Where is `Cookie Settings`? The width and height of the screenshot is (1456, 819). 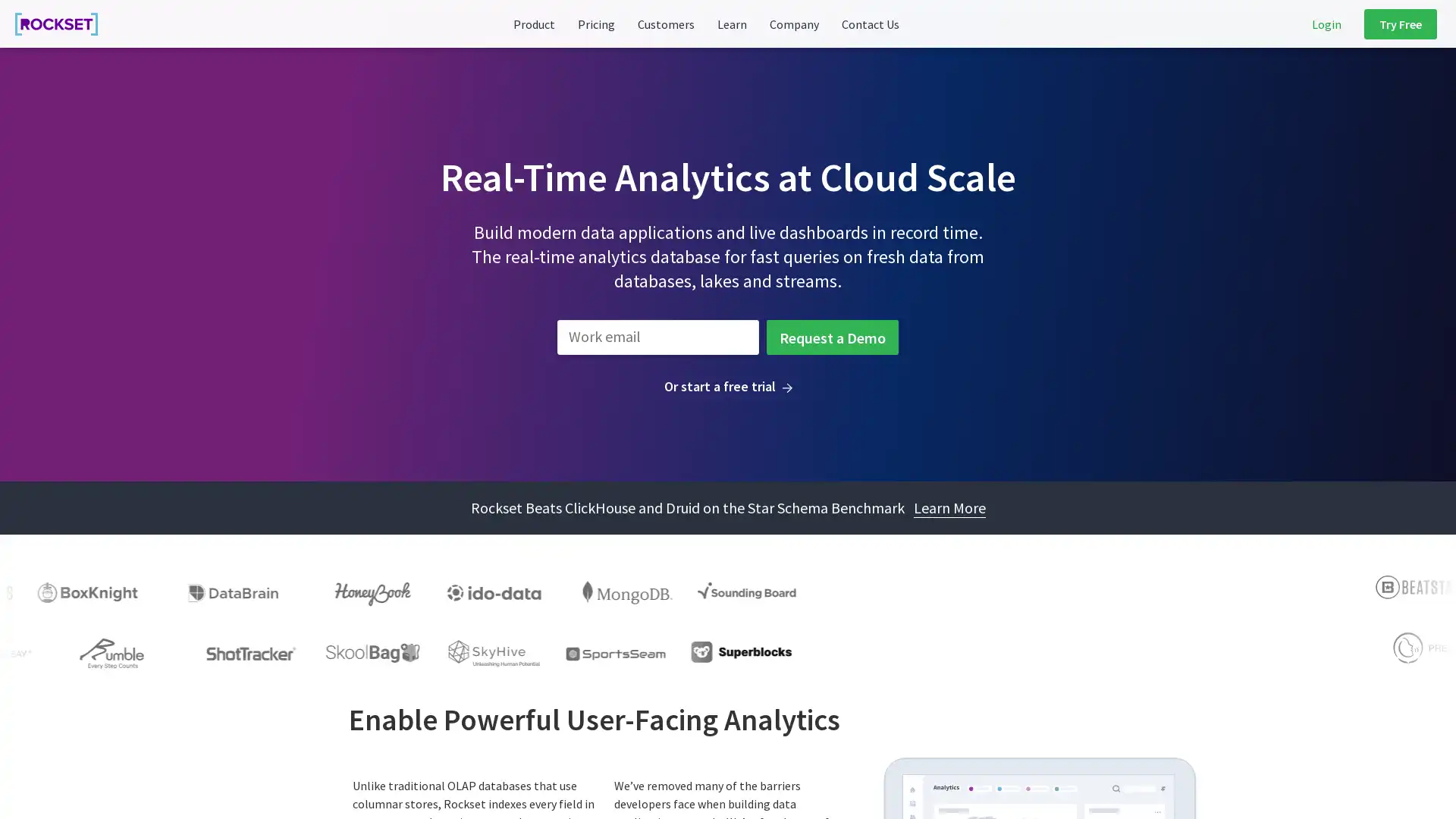
Cookie Settings is located at coordinates (1058, 789).